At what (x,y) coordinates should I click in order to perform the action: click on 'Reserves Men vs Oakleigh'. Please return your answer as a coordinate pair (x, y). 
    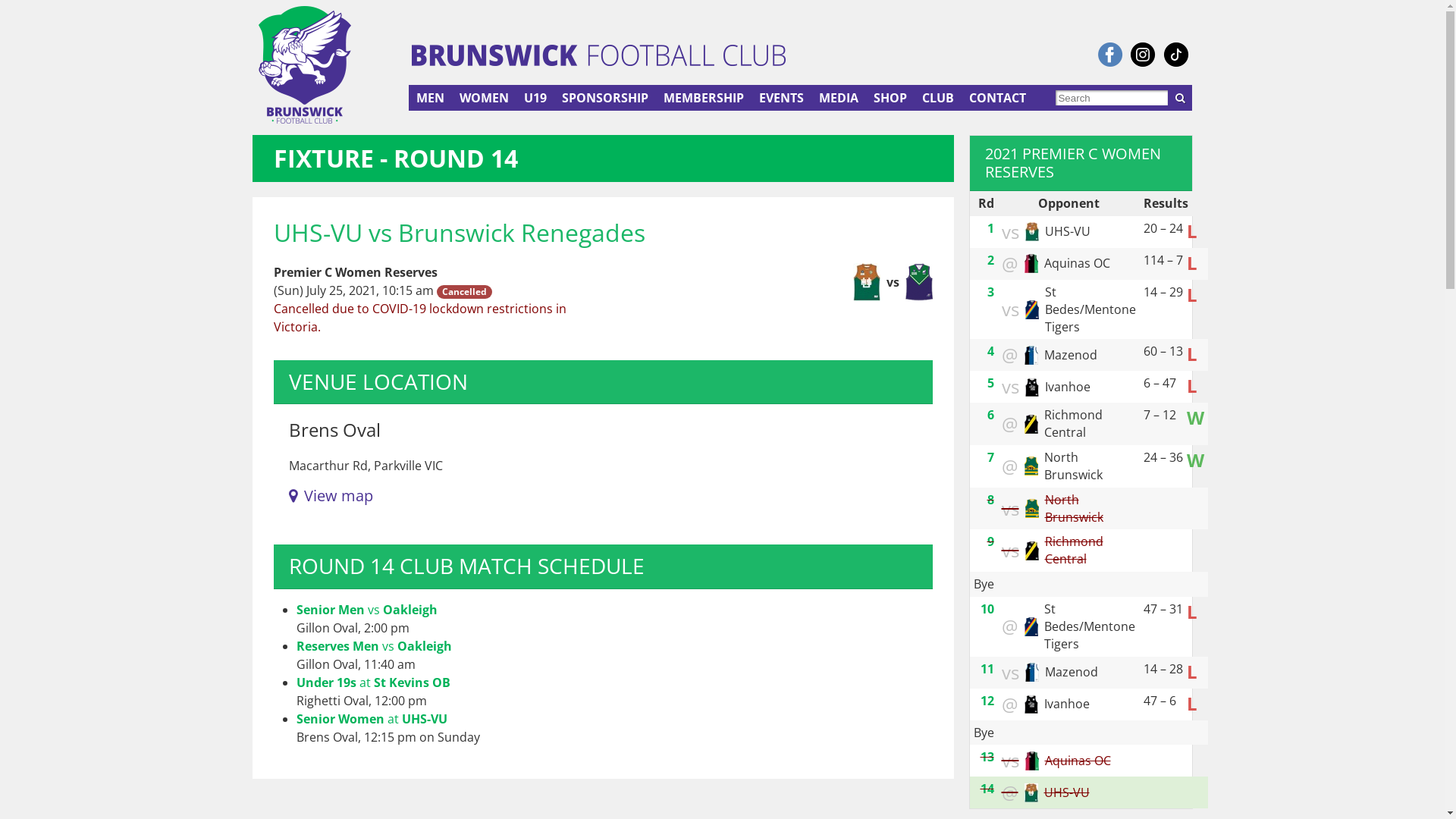
    Looking at the image, I should click on (295, 646).